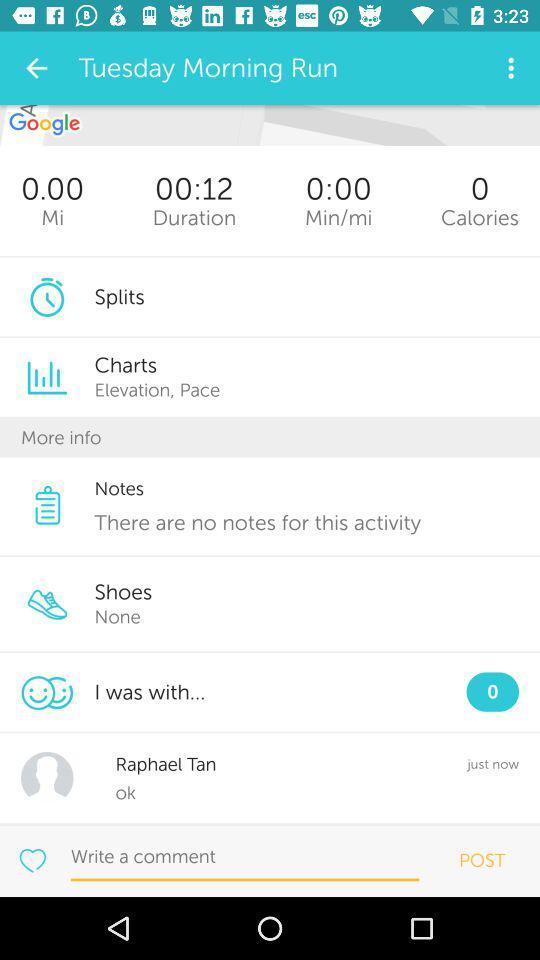 The width and height of the screenshot is (540, 960). Describe the element at coordinates (337, 217) in the screenshot. I see `item next to the 0` at that location.